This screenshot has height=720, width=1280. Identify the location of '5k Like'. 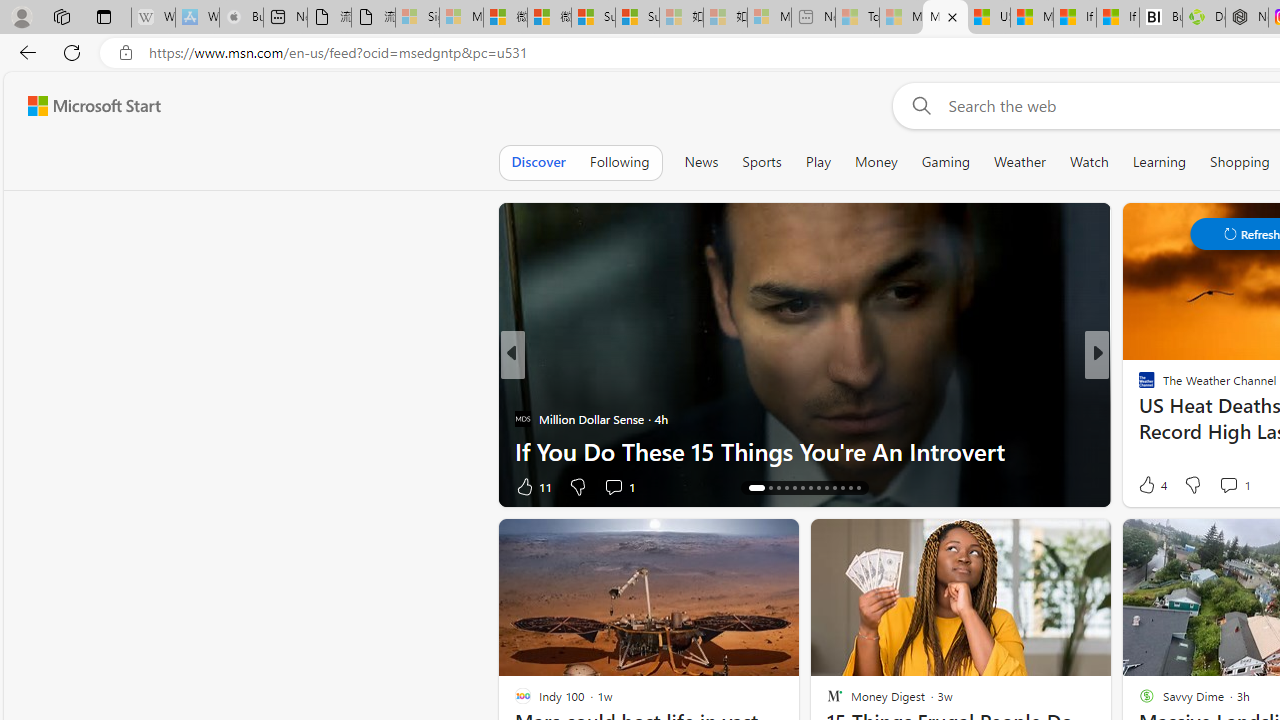
(1148, 486).